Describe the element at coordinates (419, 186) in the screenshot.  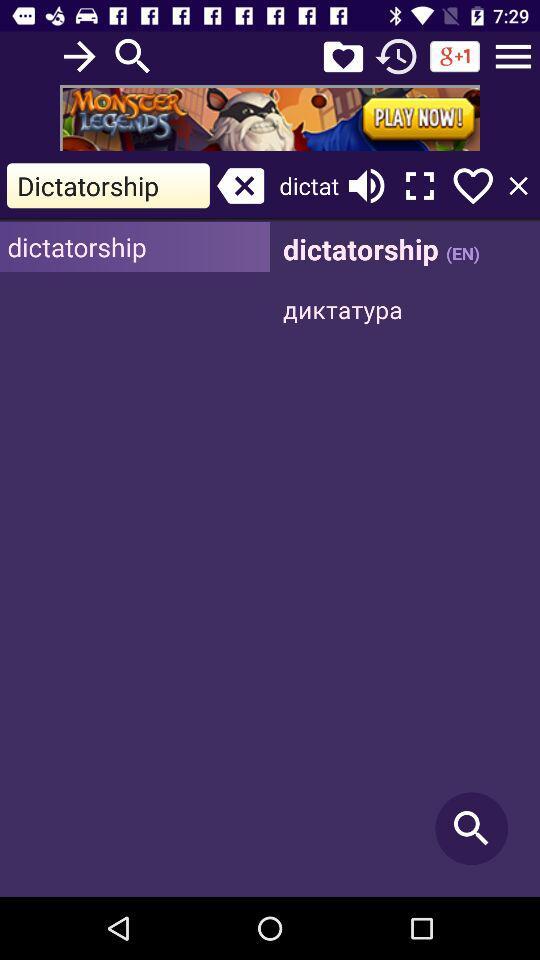
I see `the icon next to volume icon` at that location.